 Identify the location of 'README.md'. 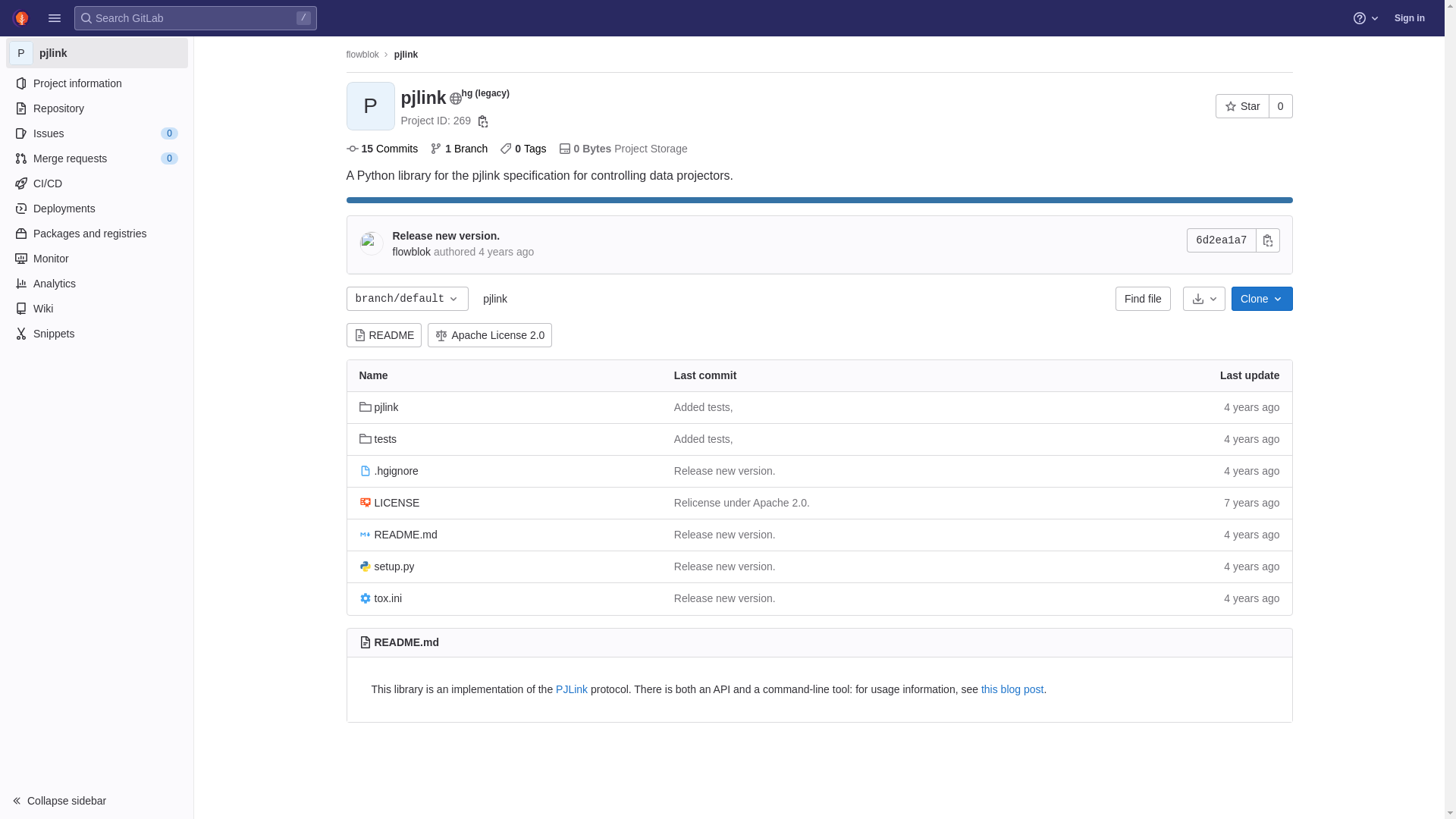
(398, 534).